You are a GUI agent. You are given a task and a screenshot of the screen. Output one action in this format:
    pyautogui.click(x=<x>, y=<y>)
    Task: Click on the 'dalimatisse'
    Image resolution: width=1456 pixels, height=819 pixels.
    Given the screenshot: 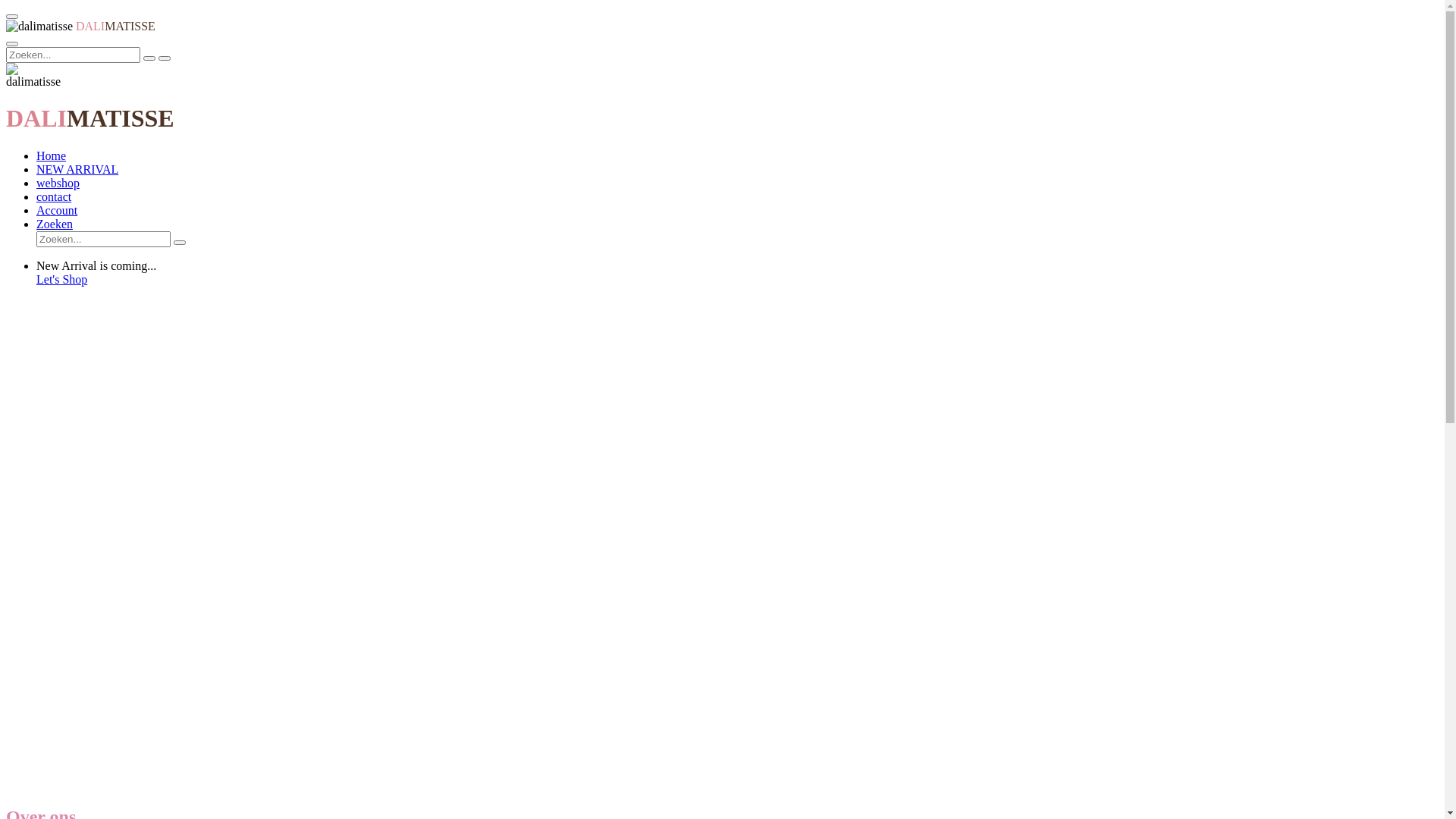 What is the action you would take?
    pyautogui.click(x=33, y=76)
    